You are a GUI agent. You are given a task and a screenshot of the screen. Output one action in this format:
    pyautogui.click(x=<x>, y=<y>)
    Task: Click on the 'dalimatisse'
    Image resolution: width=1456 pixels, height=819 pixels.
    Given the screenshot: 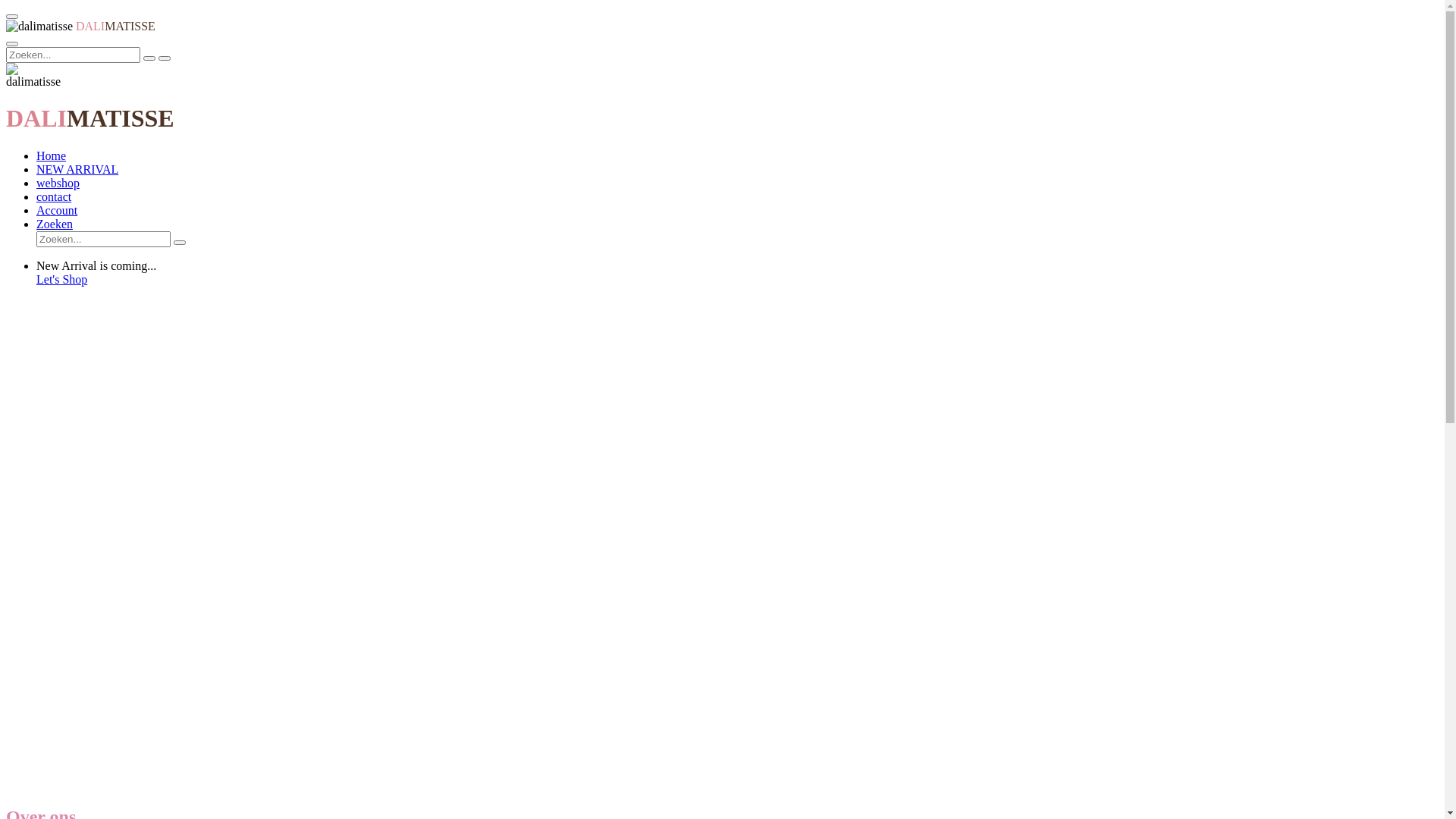 What is the action you would take?
    pyautogui.click(x=33, y=76)
    